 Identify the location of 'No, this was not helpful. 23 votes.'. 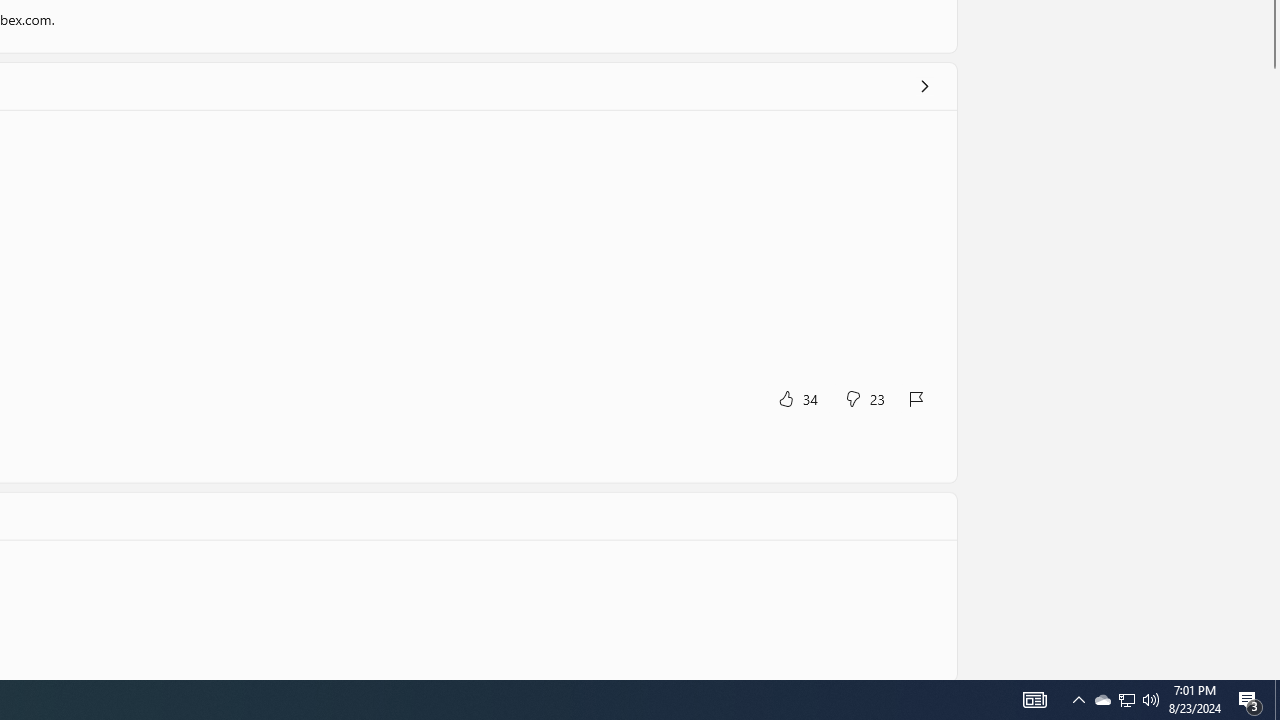
(864, 398).